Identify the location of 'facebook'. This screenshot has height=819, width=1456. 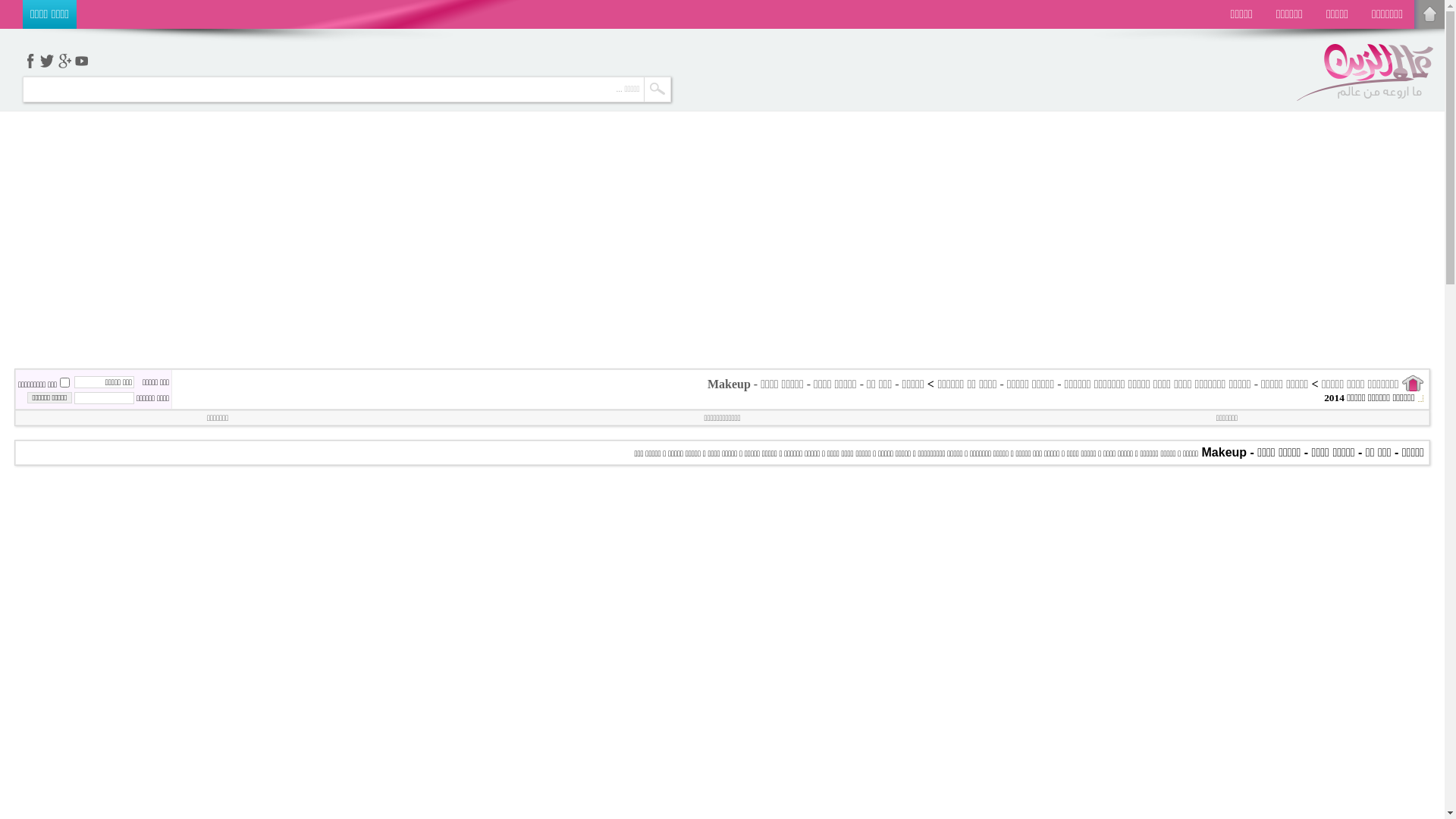
(30, 61).